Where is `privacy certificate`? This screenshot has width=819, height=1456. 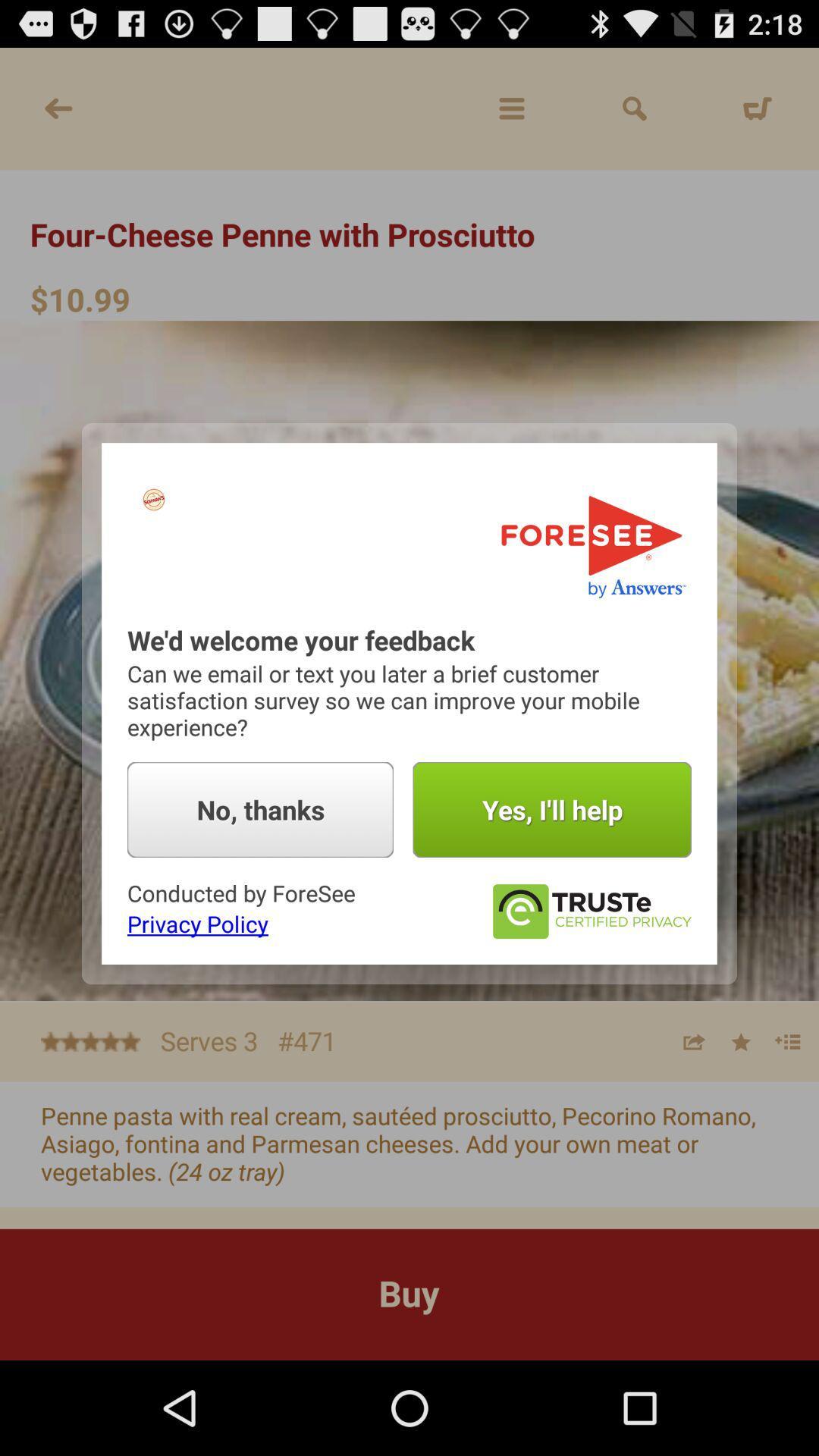
privacy certificate is located at coordinates (590, 911).